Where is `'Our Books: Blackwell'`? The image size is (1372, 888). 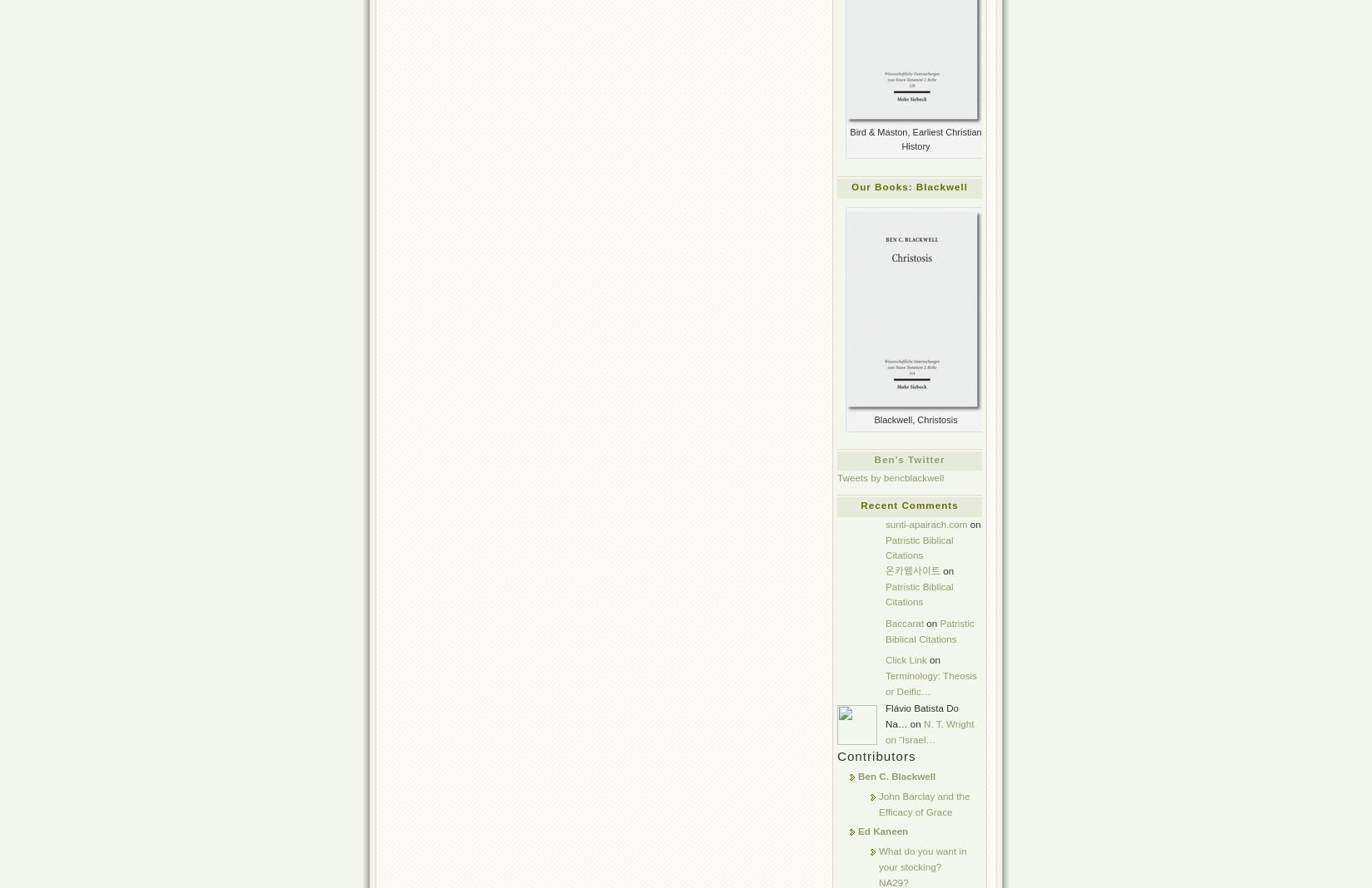
'Our Books: Blackwell' is located at coordinates (909, 185).